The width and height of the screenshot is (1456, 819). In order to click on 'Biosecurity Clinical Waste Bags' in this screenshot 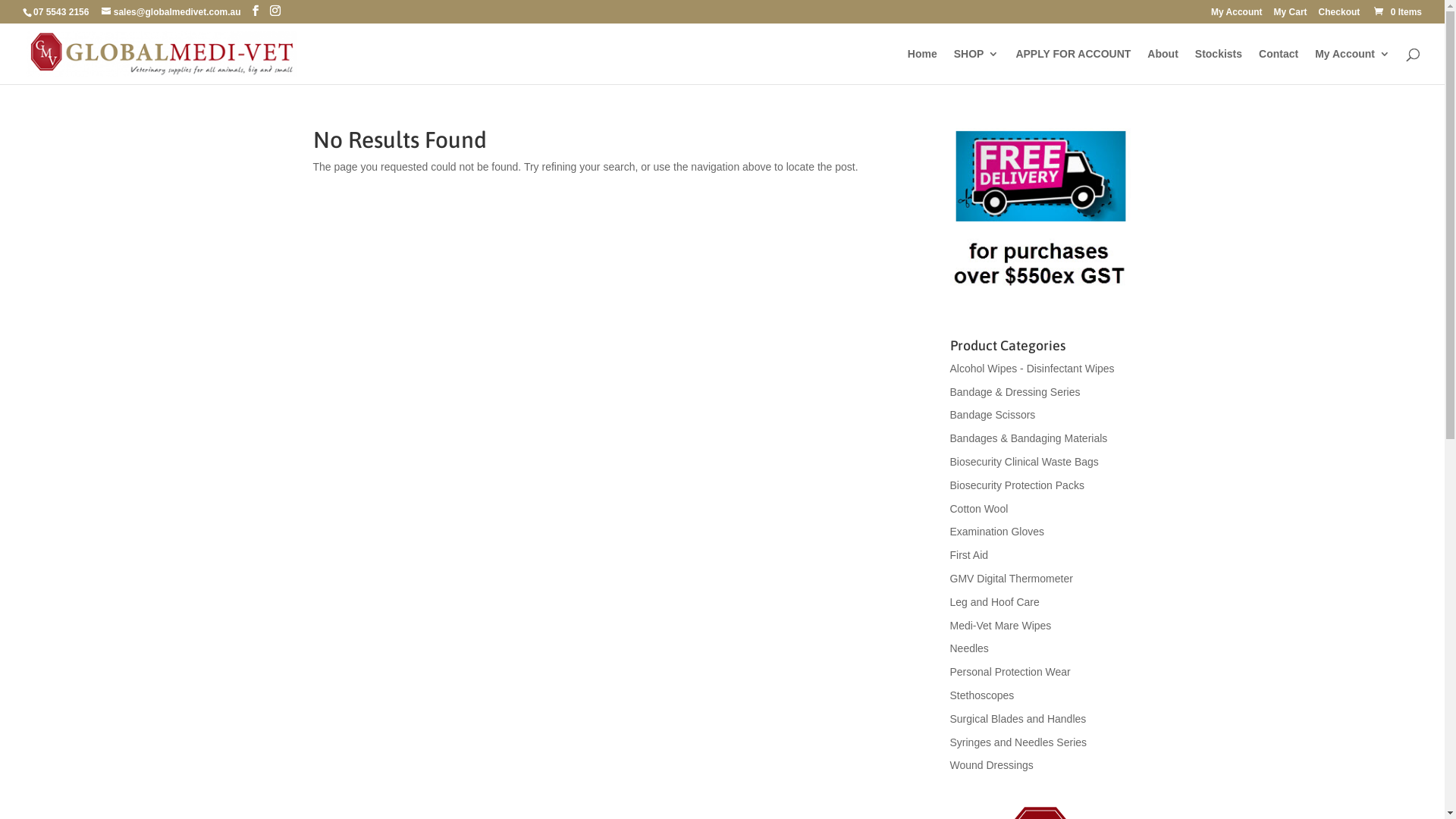, I will do `click(1023, 461)`.